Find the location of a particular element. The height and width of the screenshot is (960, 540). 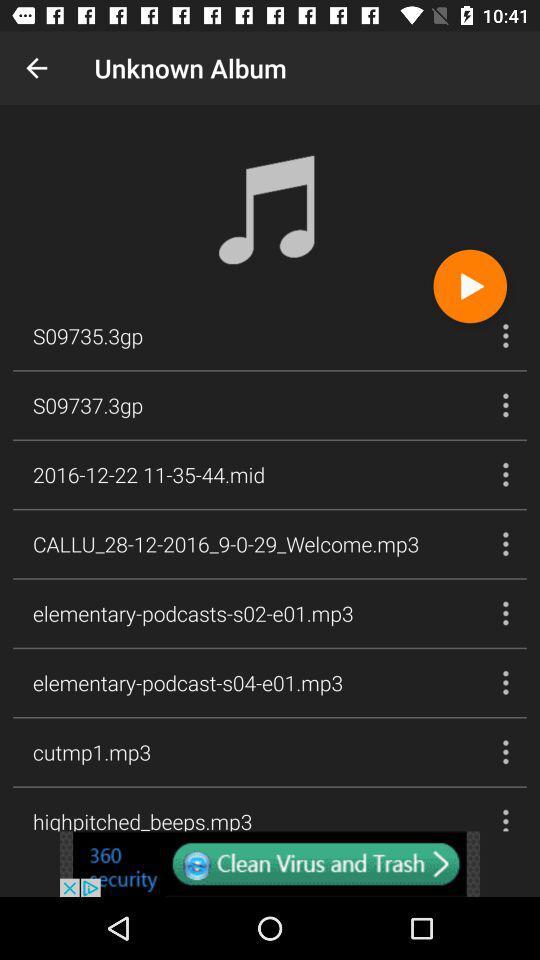

play is located at coordinates (470, 285).